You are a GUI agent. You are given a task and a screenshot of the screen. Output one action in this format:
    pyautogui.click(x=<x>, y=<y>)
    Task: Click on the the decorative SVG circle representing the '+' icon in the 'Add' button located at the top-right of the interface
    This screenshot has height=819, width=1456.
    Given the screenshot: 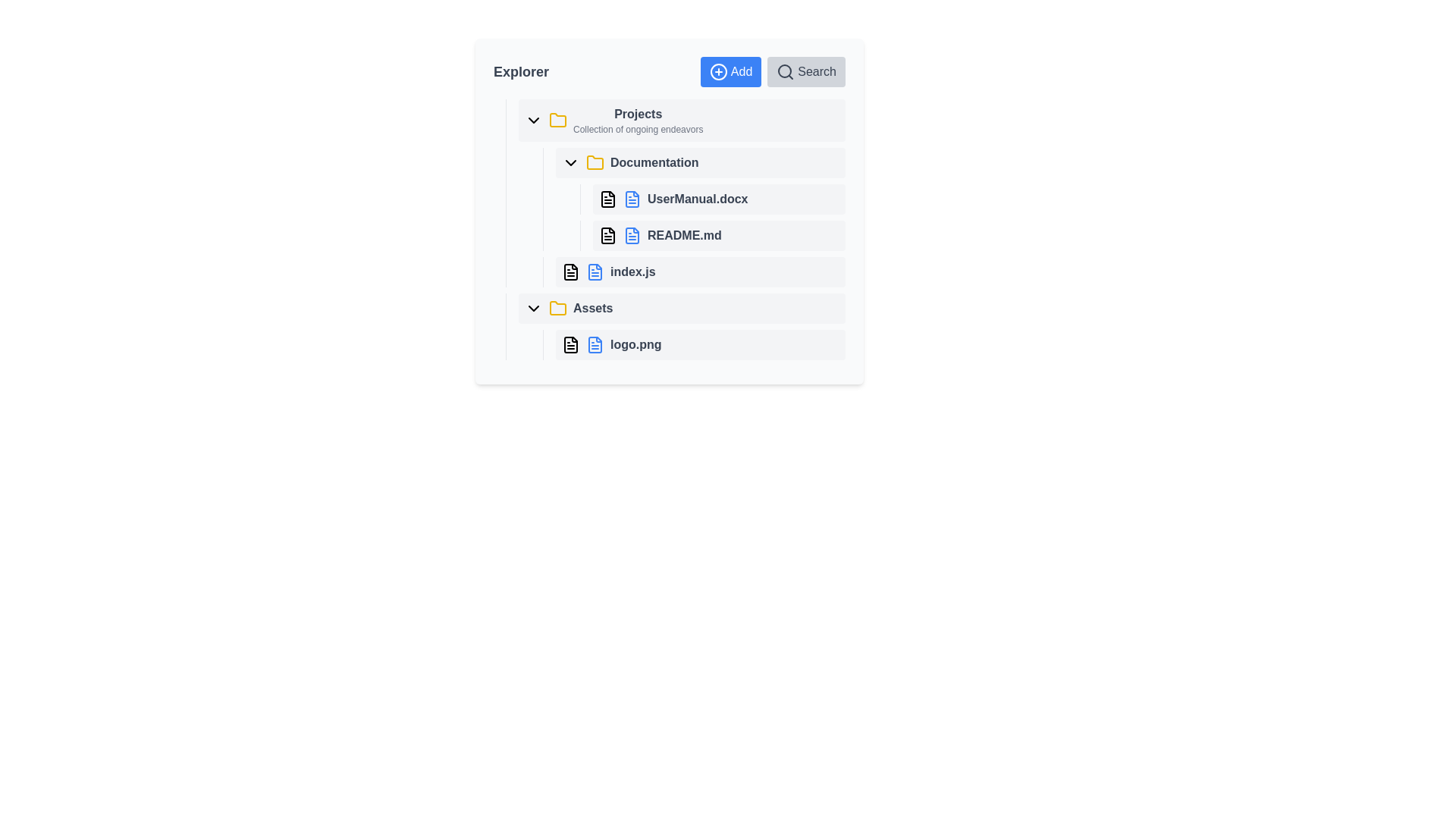 What is the action you would take?
    pyautogui.click(x=717, y=72)
    